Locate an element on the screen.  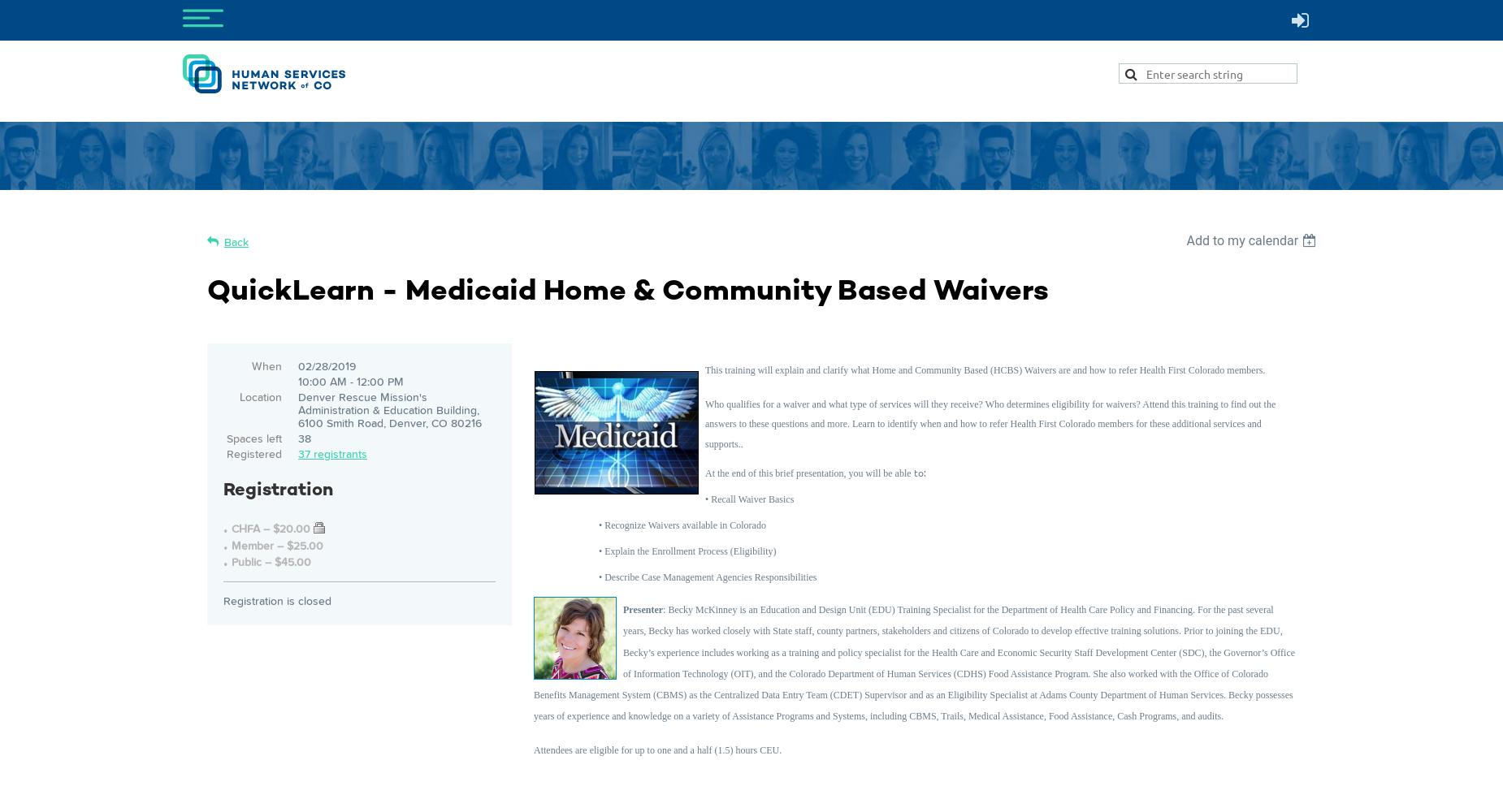
'Who qualifies for a waiver and what type of services will they receive? Who determines eligibility for waivers? Attend this training to find out the answers to these questions and more. Learn to identify when and how to refer Health First Colorado members for these additional services and supports..' is located at coordinates (989, 424).